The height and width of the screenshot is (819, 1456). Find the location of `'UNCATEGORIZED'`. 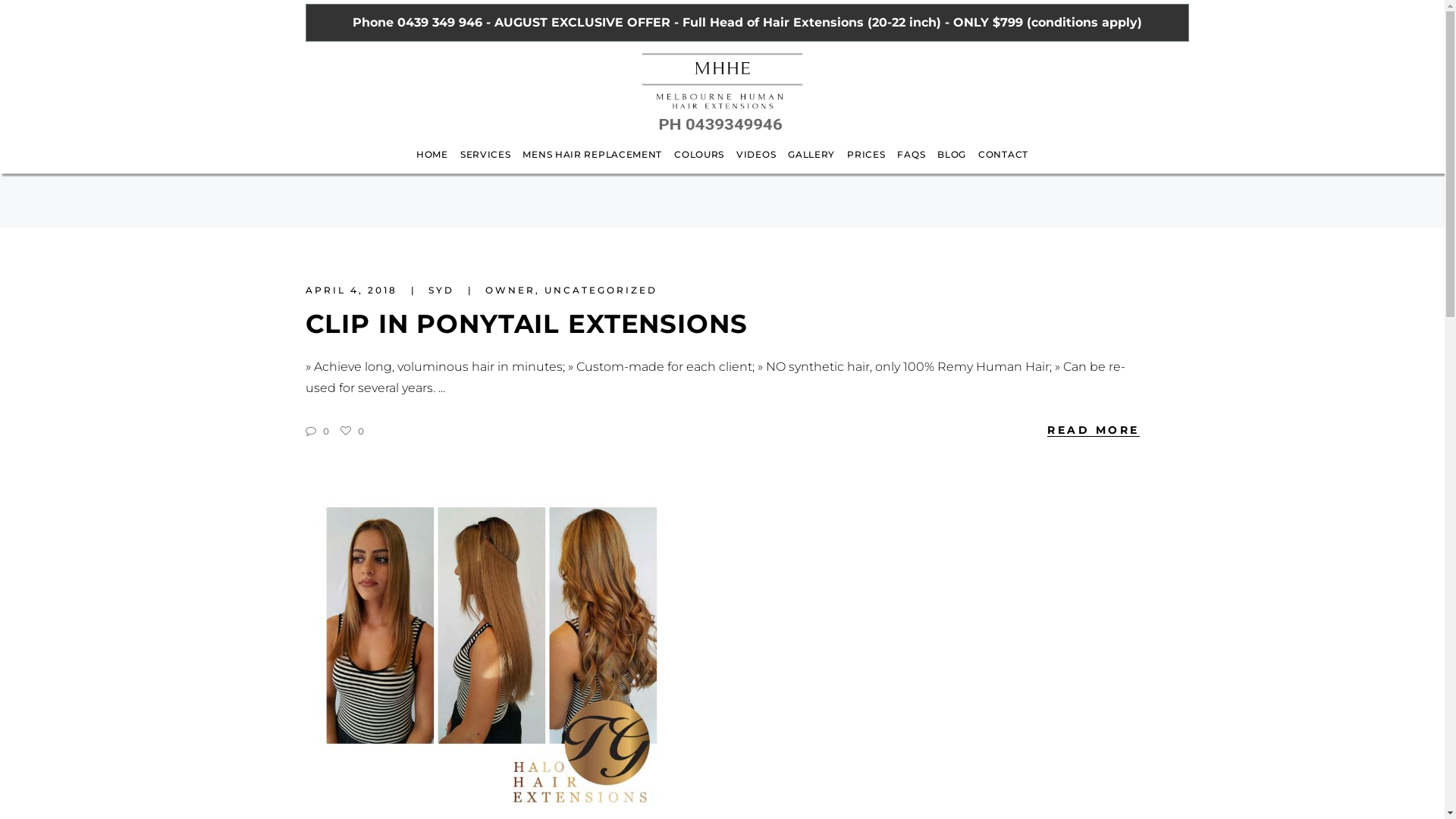

'UNCATEGORIZED' is located at coordinates (600, 290).